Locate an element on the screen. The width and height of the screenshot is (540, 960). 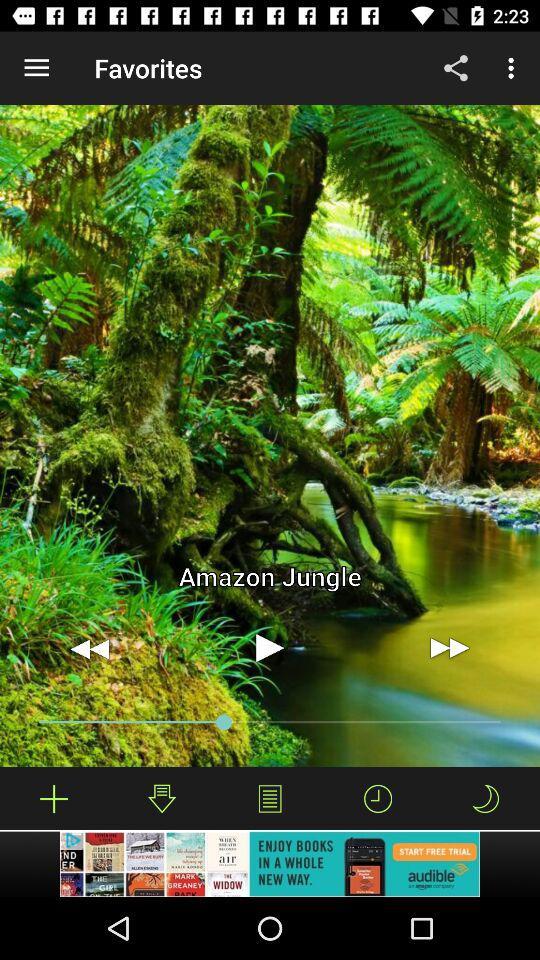
the time icon is located at coordinates (378, 798).